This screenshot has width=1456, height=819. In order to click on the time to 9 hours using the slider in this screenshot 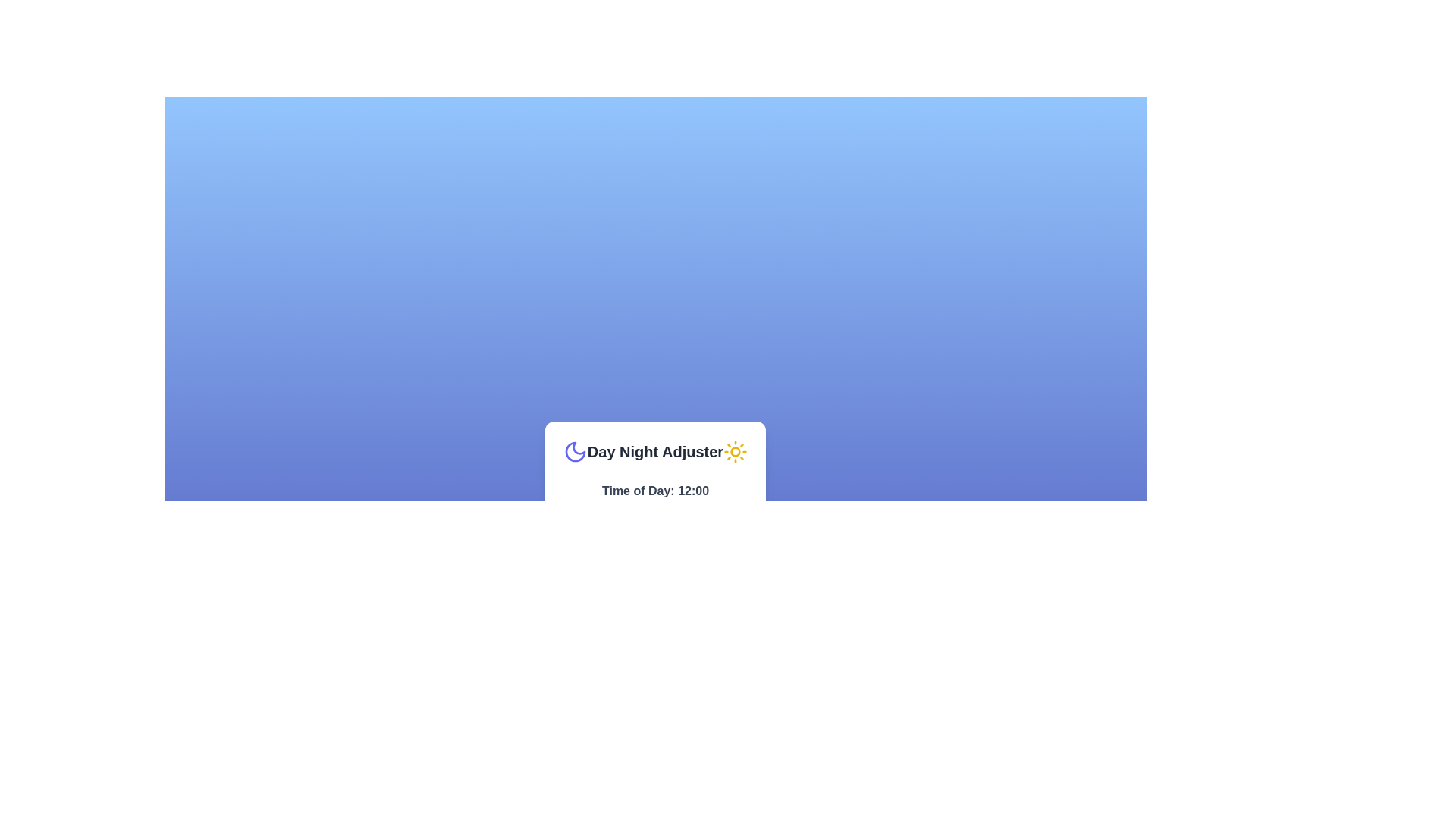, I will do `click(635, 508)`.